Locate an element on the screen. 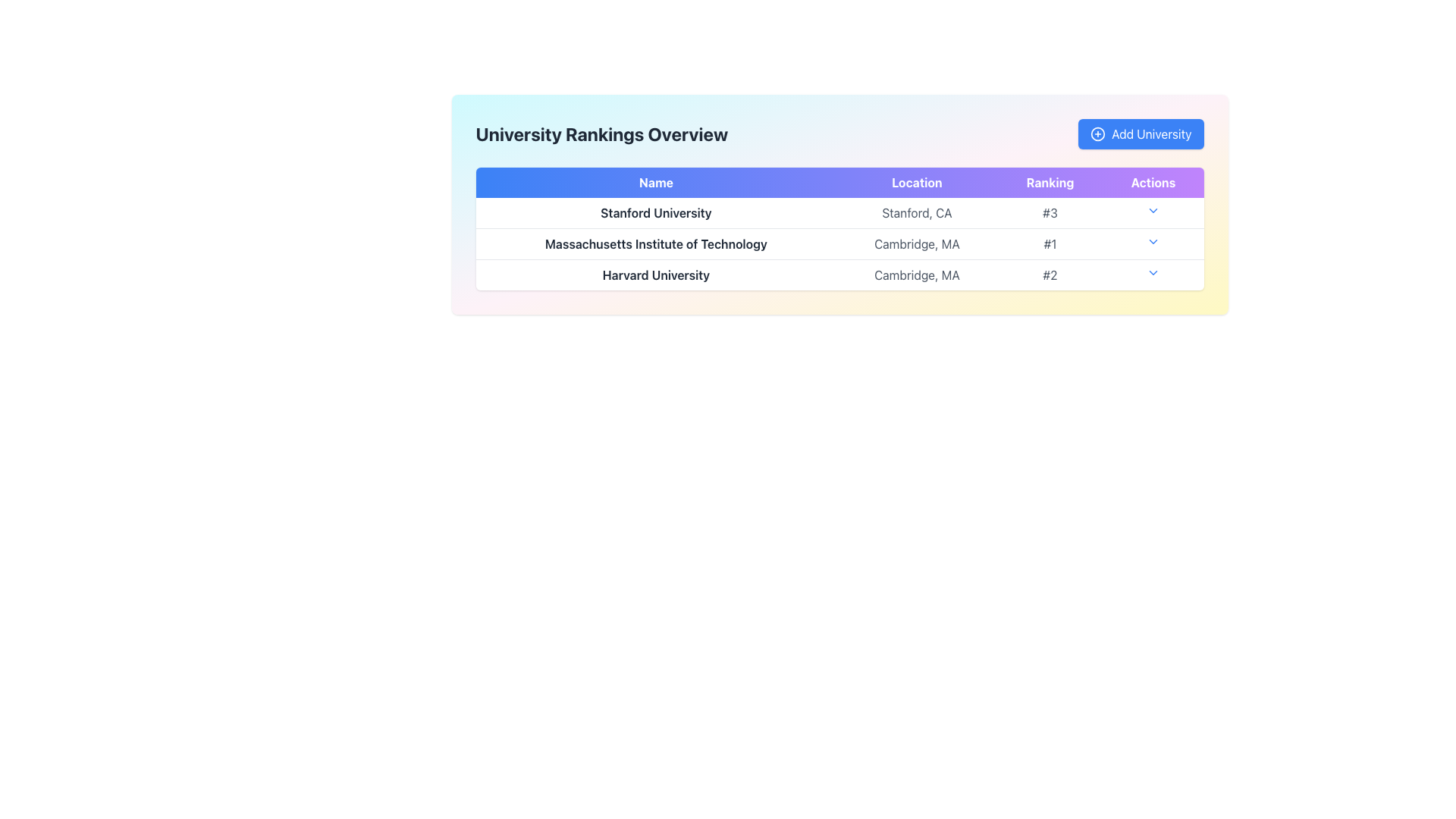  the Text Label displaying the location information 'Cambridge, MA' in the second row of the table, located between the 'Name' and 'Ranking' columns is located at coordinates (916, 243).